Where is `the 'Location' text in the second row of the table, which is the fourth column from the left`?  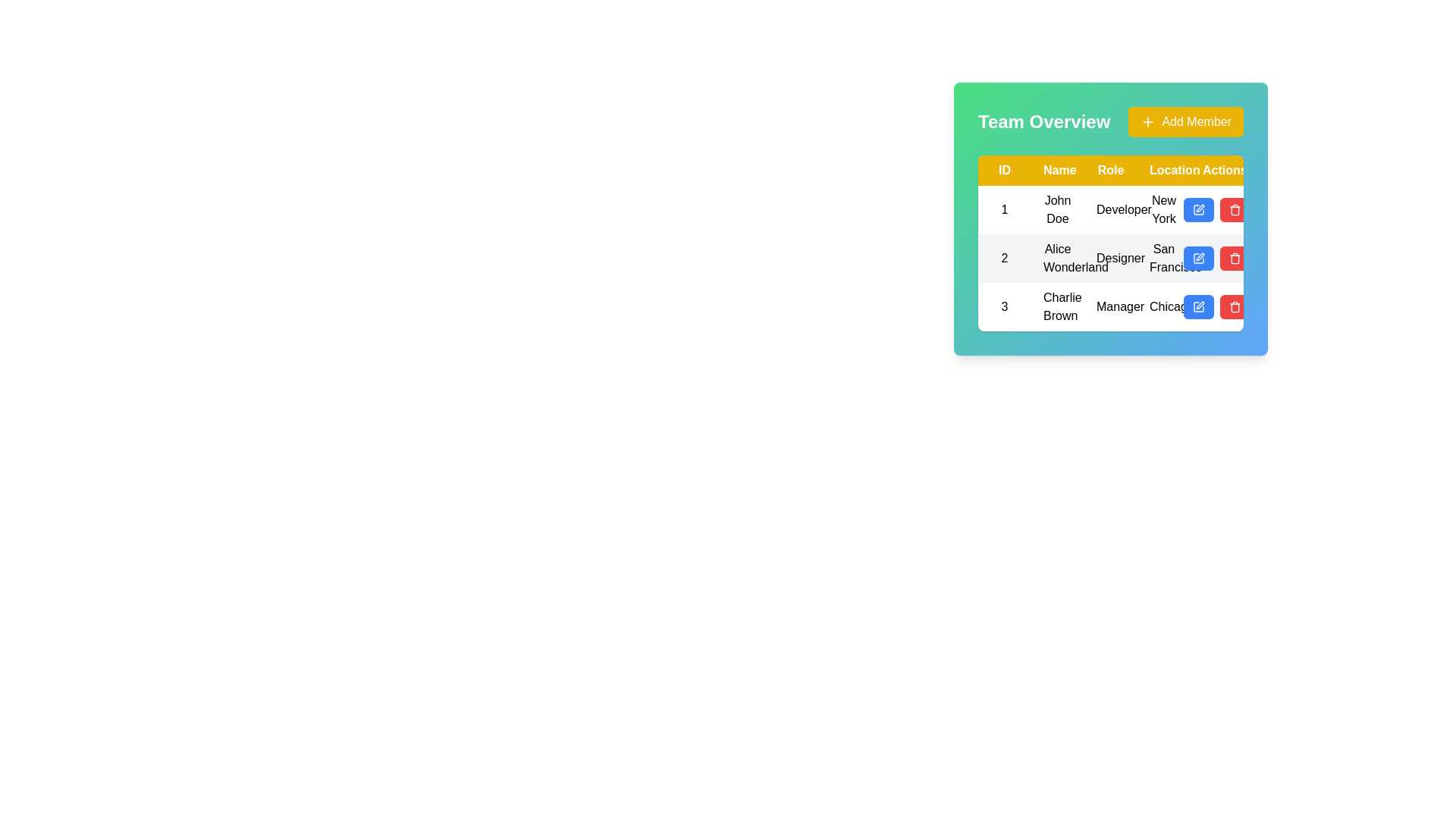 the 'Location' text in the second row of the table, which is the fourth column from the left is located at coordinates (1163, 257).